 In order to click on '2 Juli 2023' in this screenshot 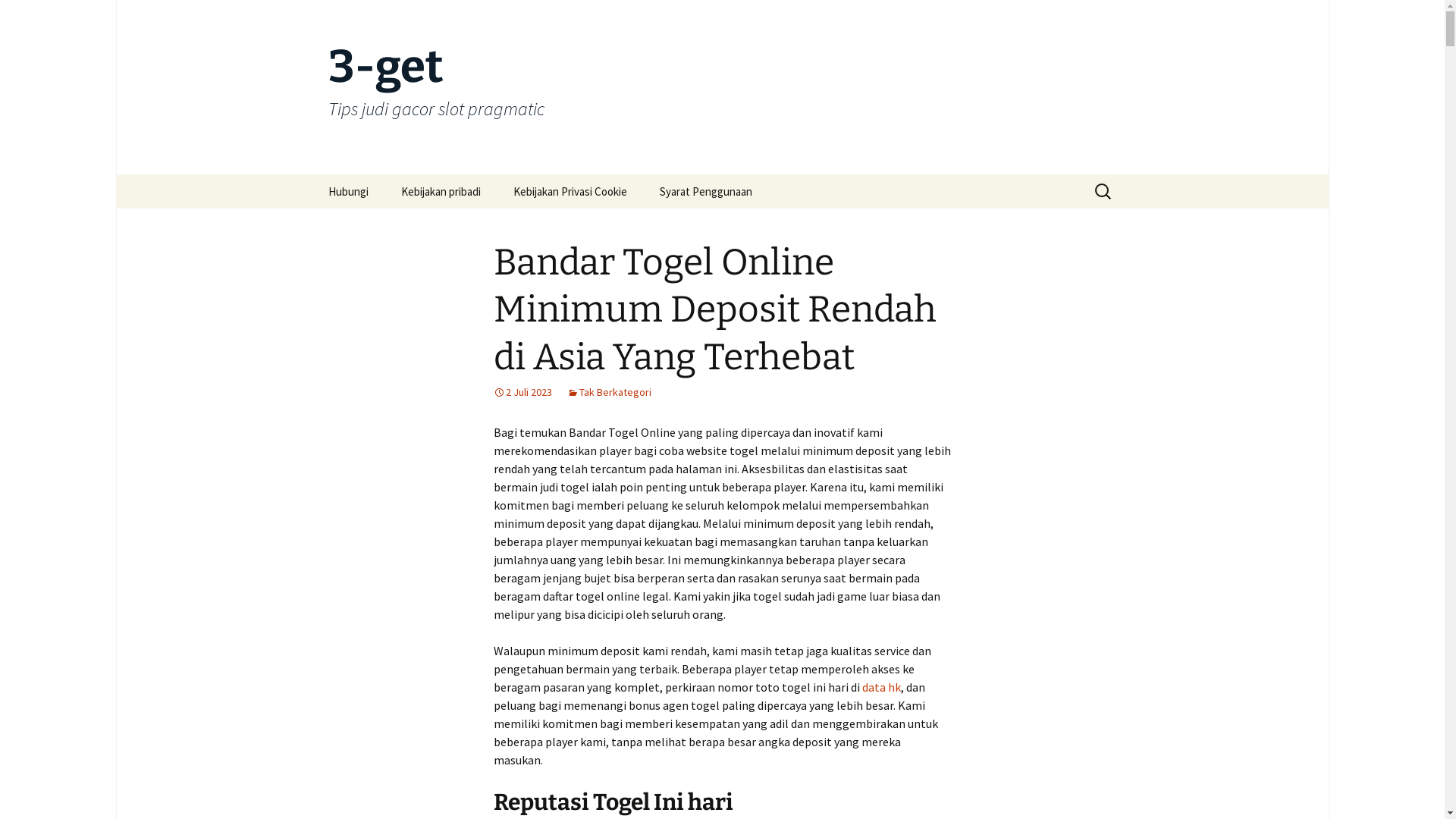, I will do `click(522, 391)`.